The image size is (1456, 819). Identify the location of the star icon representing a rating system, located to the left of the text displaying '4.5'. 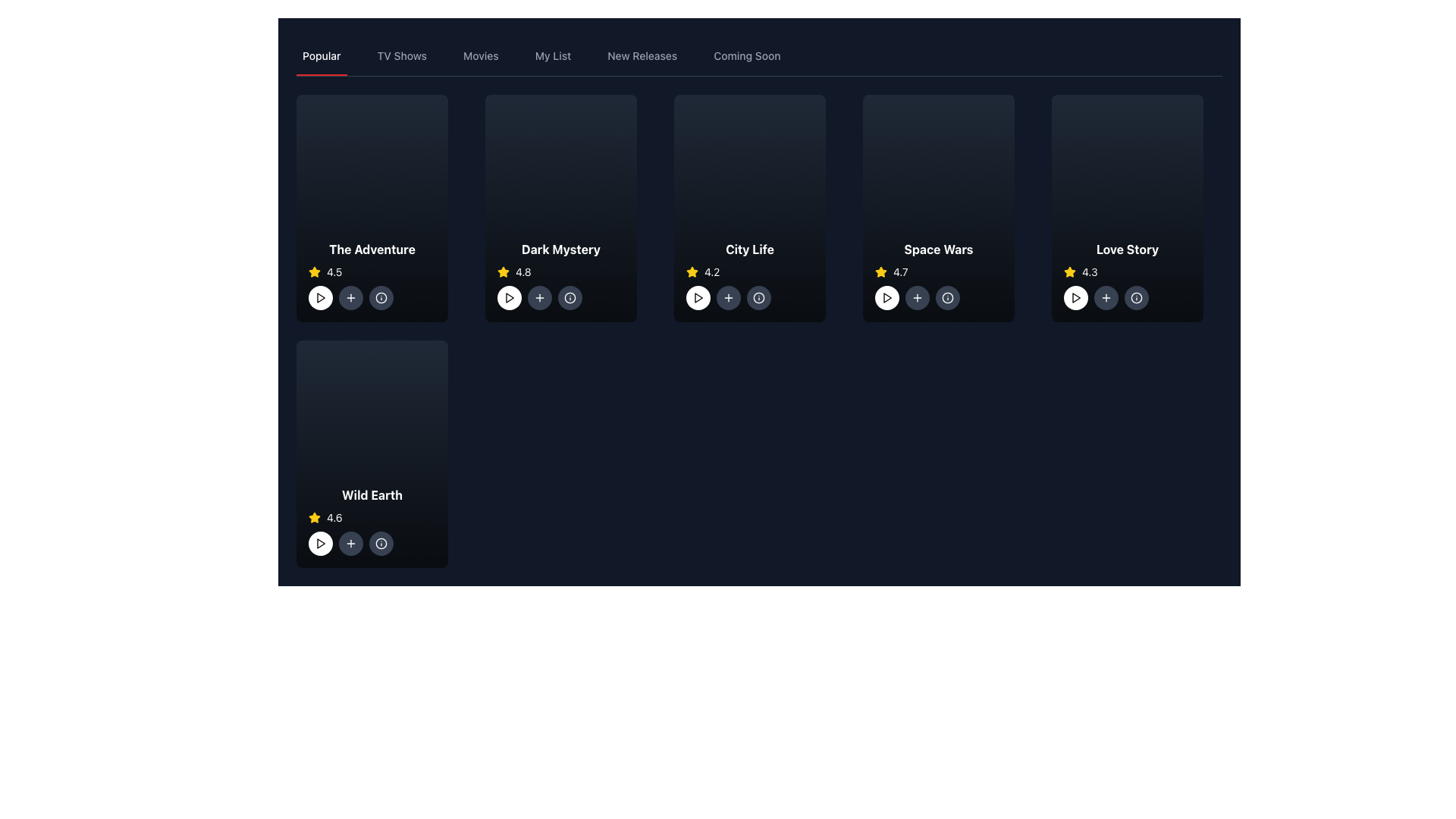
(313, 271).